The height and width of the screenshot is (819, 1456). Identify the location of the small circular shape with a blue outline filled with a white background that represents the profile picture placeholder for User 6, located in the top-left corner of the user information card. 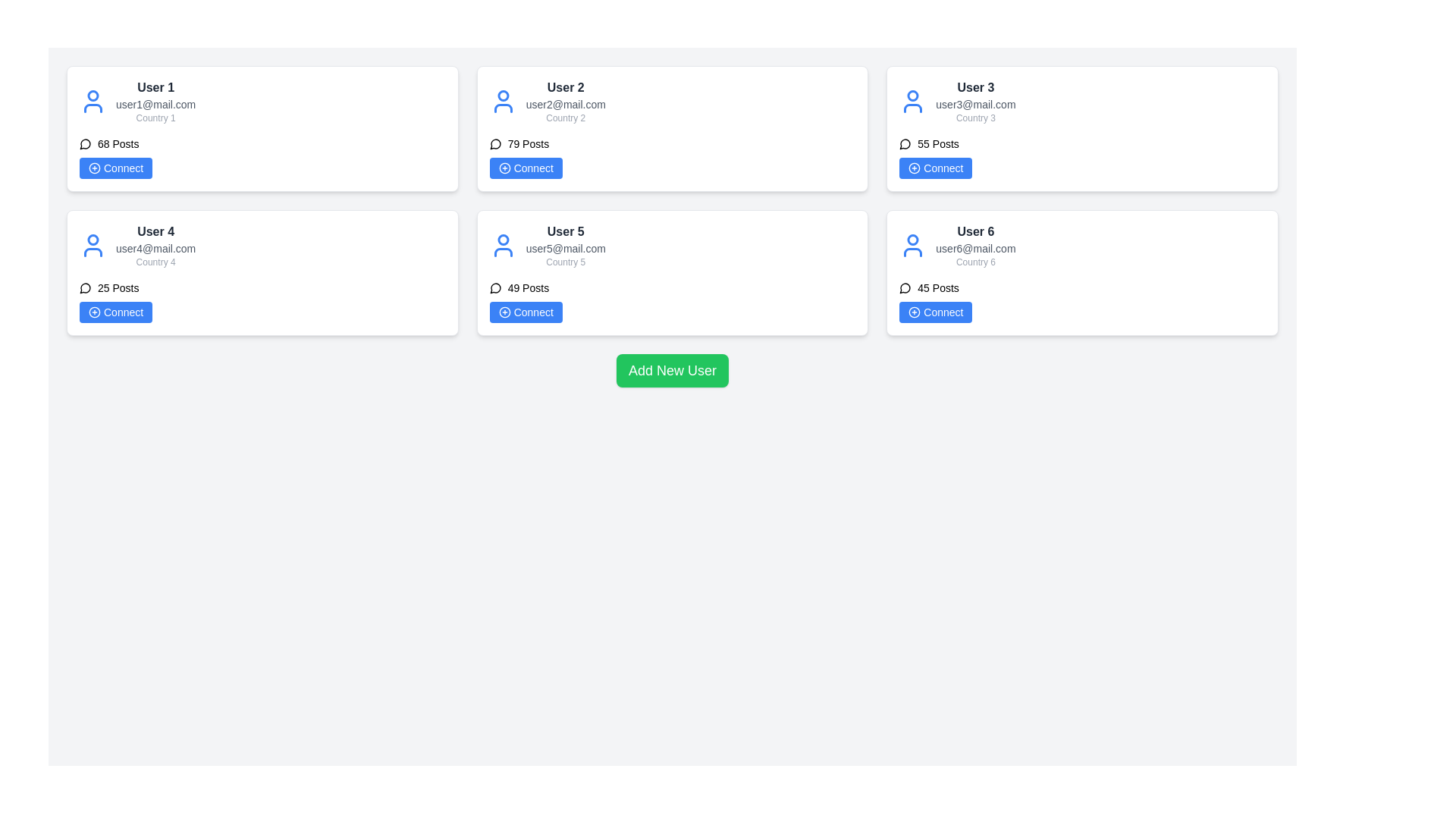
(912, 239).